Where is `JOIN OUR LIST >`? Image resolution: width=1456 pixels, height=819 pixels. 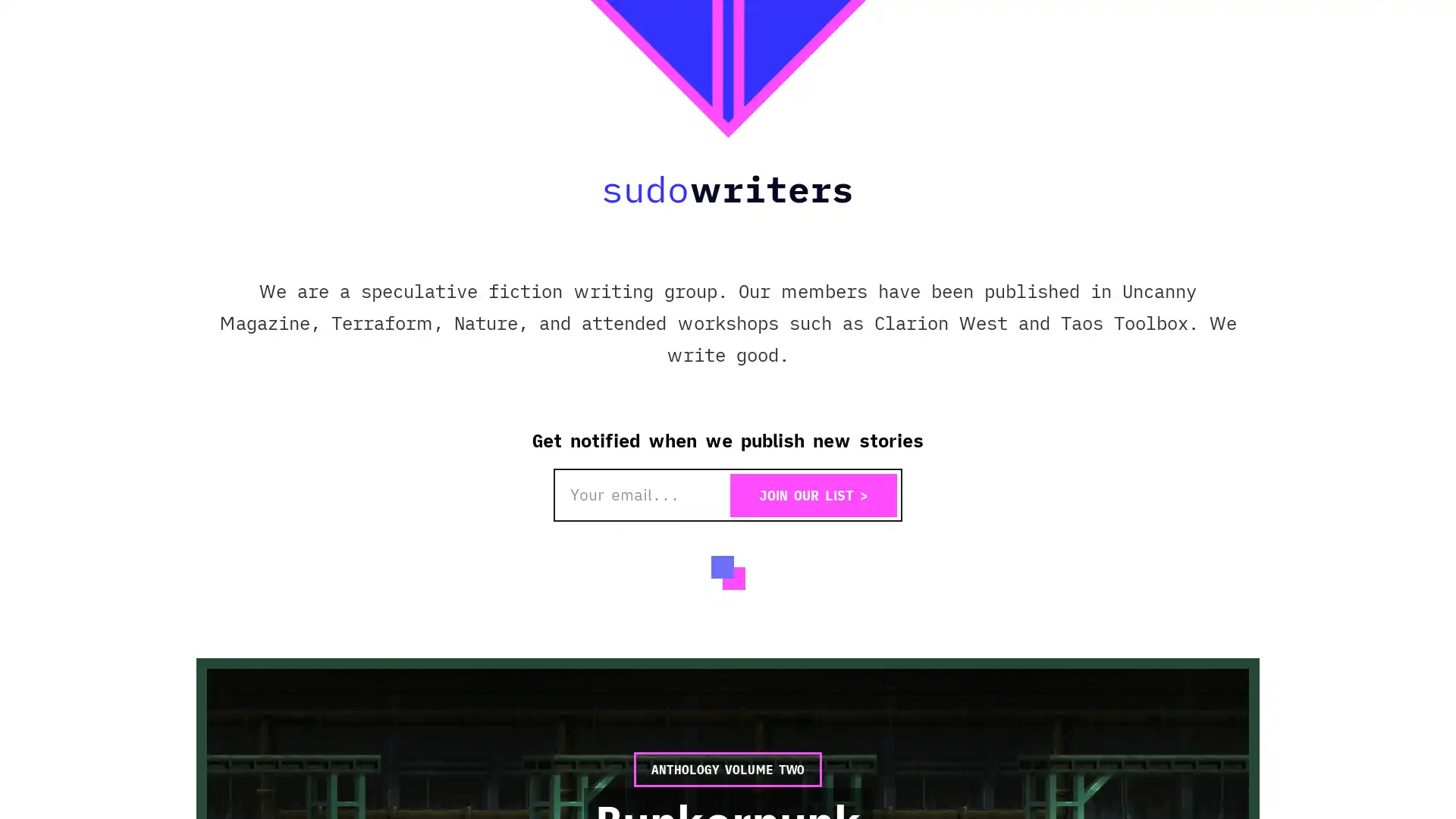 JOIN OUR LIST > is located at coordinates (813, 495).